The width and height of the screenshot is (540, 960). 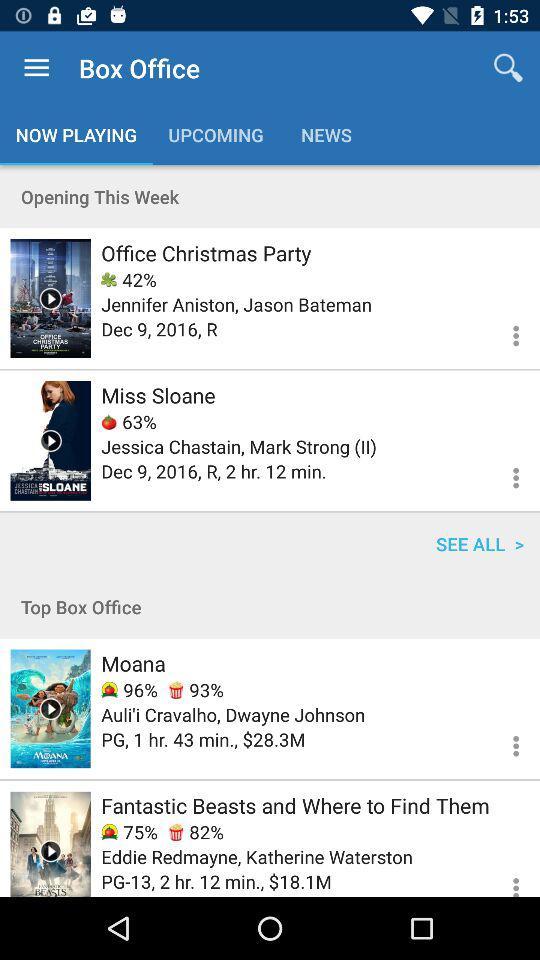 I want to click on item below the top box office icon, so click(x=133, y=663).